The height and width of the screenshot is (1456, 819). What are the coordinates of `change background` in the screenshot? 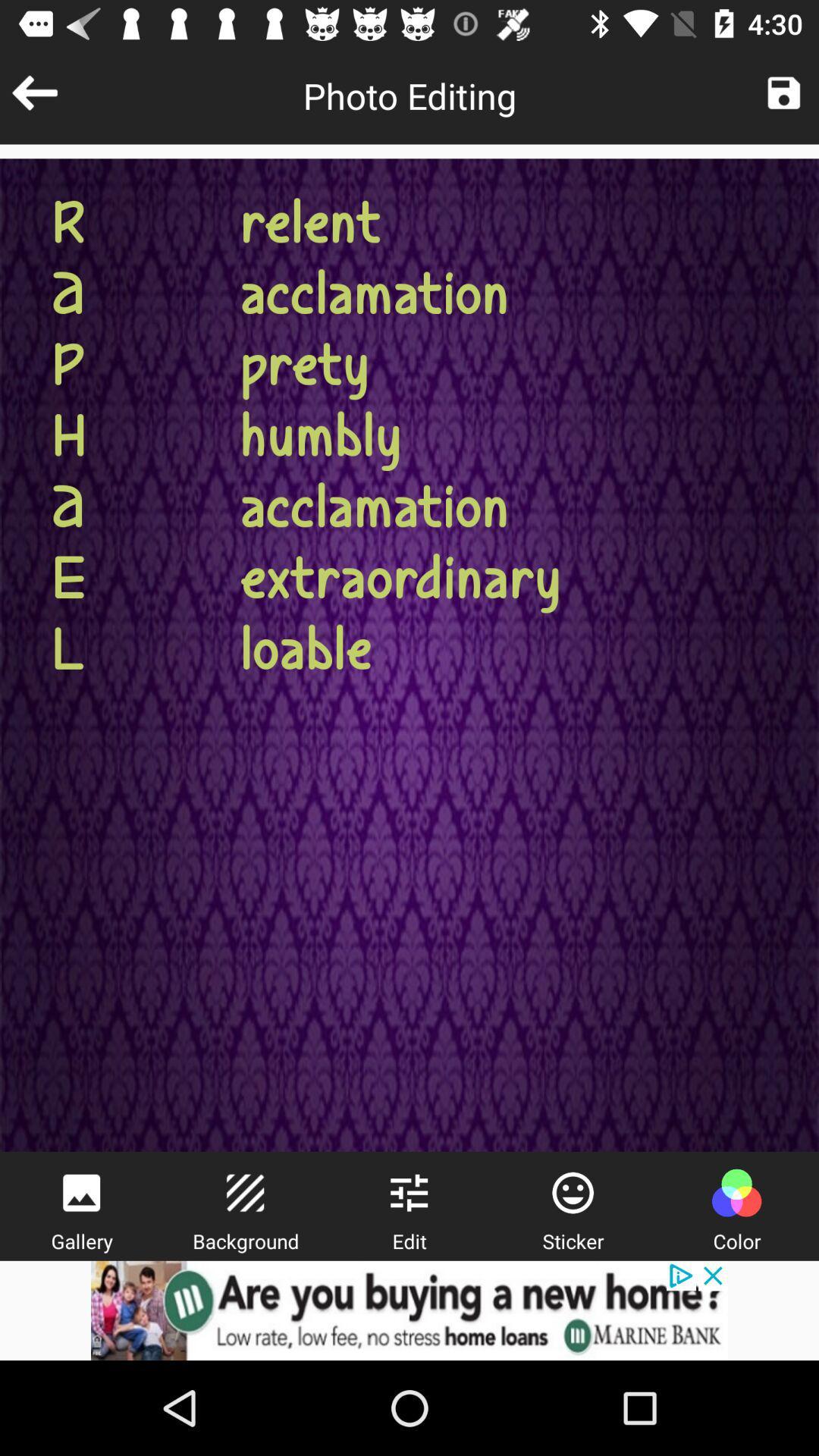 It's located at (244, 1192).